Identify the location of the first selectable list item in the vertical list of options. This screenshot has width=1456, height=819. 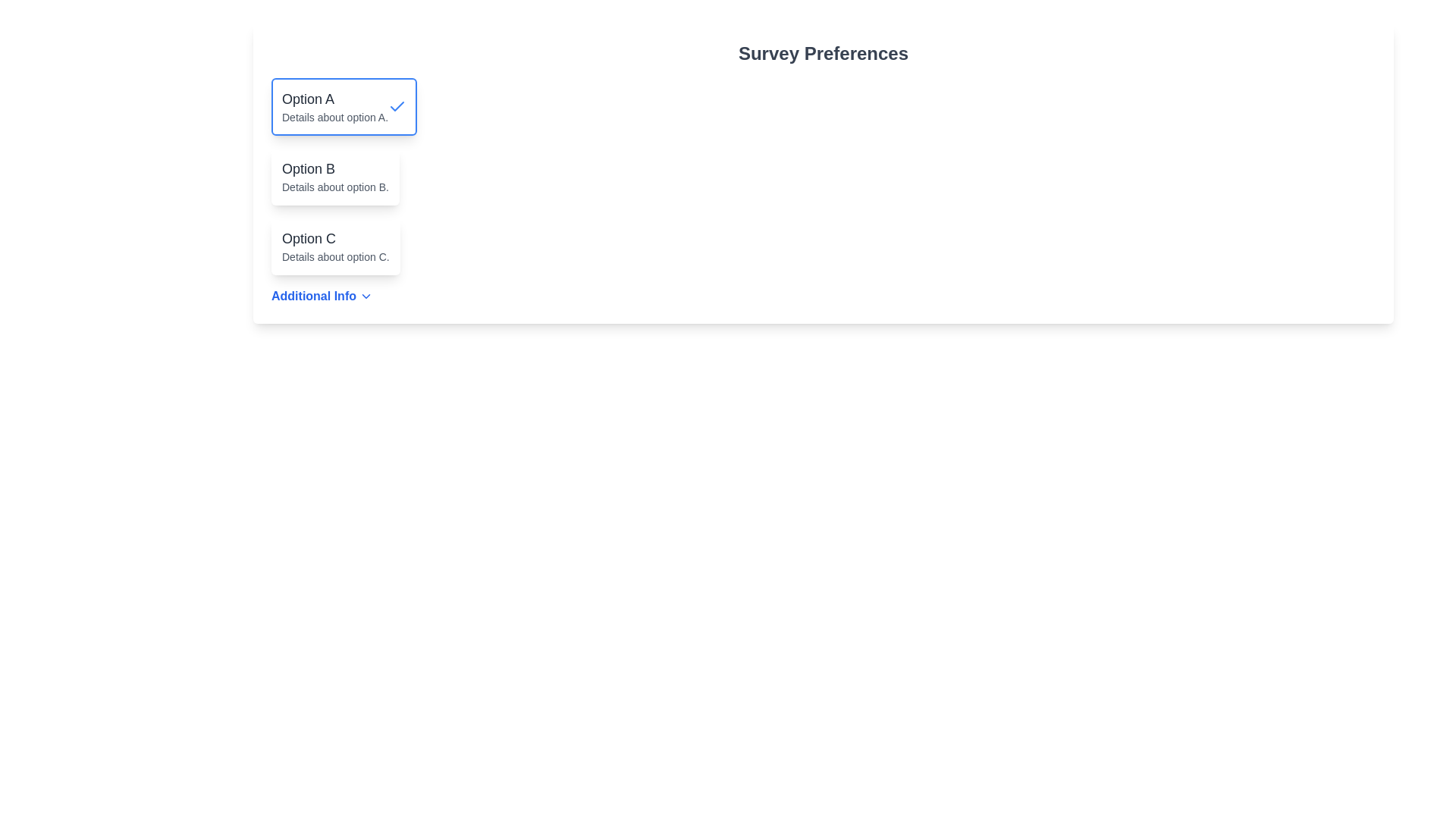
(344, 106).